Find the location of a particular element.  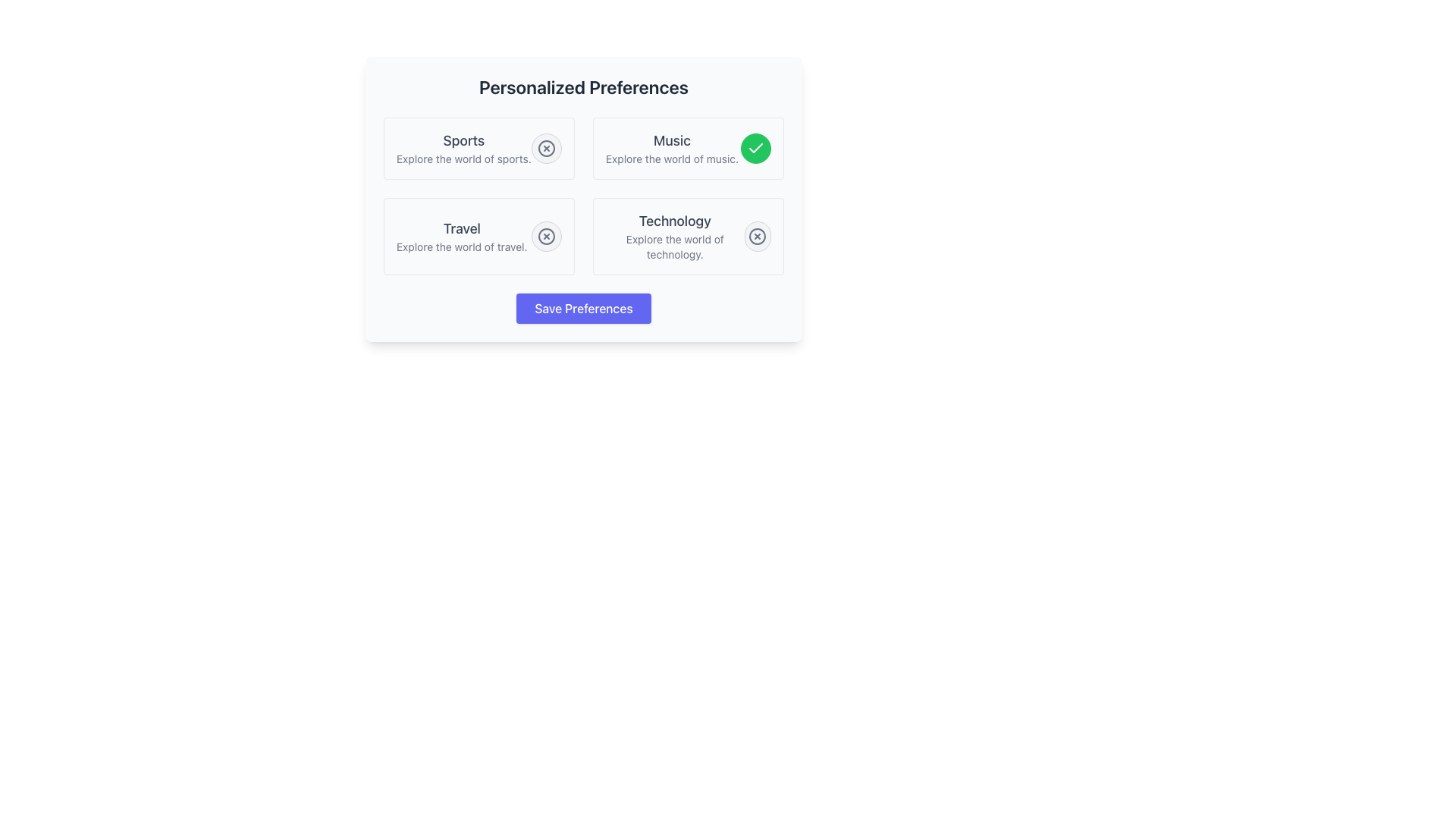

the checkmark icon within the green circular selection indicator to interact with the 'Music' preference option is located at coordinates (756, 148).